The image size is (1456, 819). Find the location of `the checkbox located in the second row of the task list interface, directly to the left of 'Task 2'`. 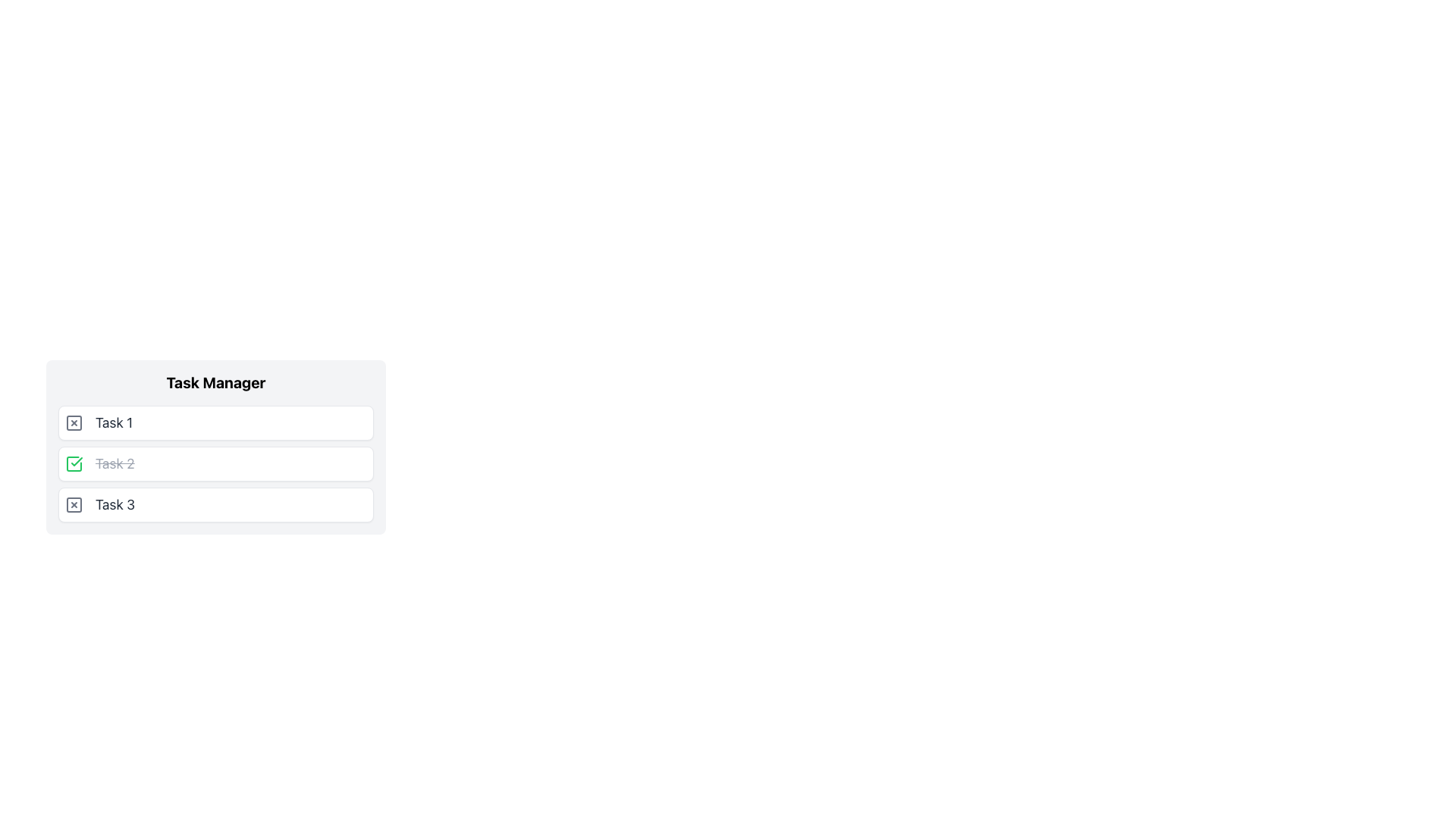

the checkbox located in the second row of the task list interface, directly to the left of 'Task 2' is located at coordinates (73, 463).